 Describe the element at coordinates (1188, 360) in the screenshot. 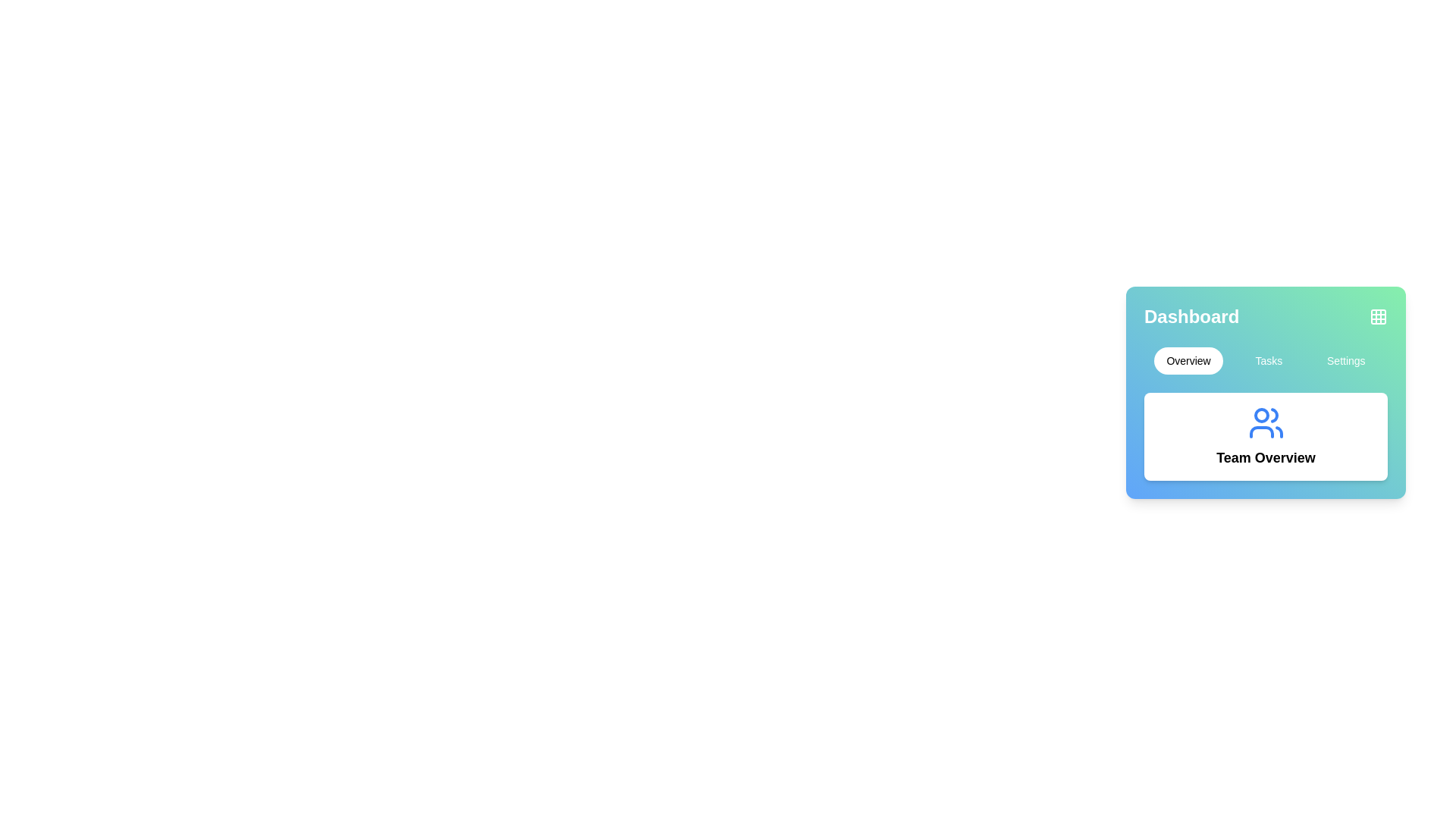

I see `the navigational button on the leftmost side of the menu` at that location.